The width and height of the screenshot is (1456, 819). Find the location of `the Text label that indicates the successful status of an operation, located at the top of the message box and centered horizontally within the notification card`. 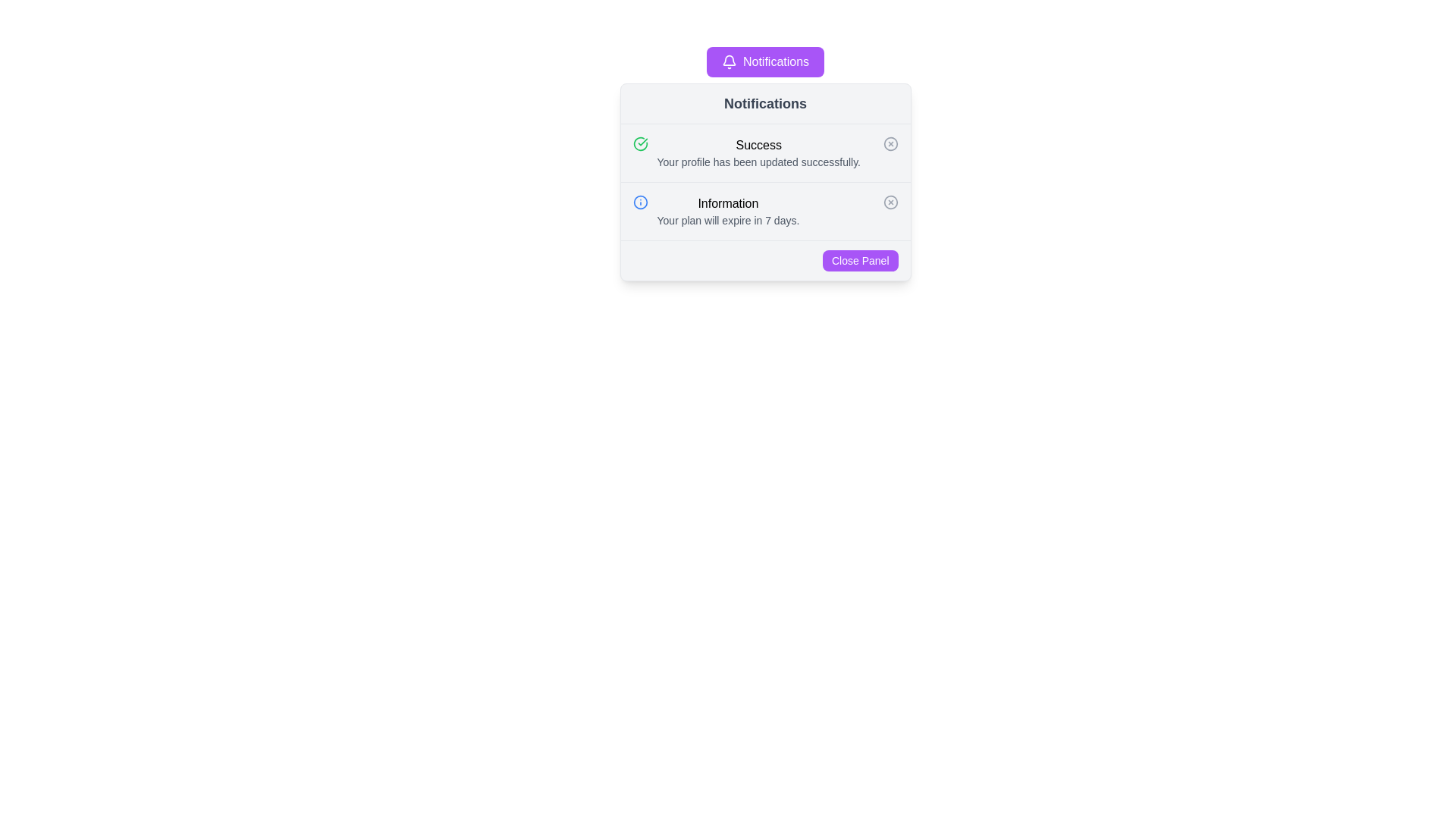

the Text label that indicates the successful status of an operation, located at the top of the message box and centered horizontally within the notification card is located at coordinates (758, 146).